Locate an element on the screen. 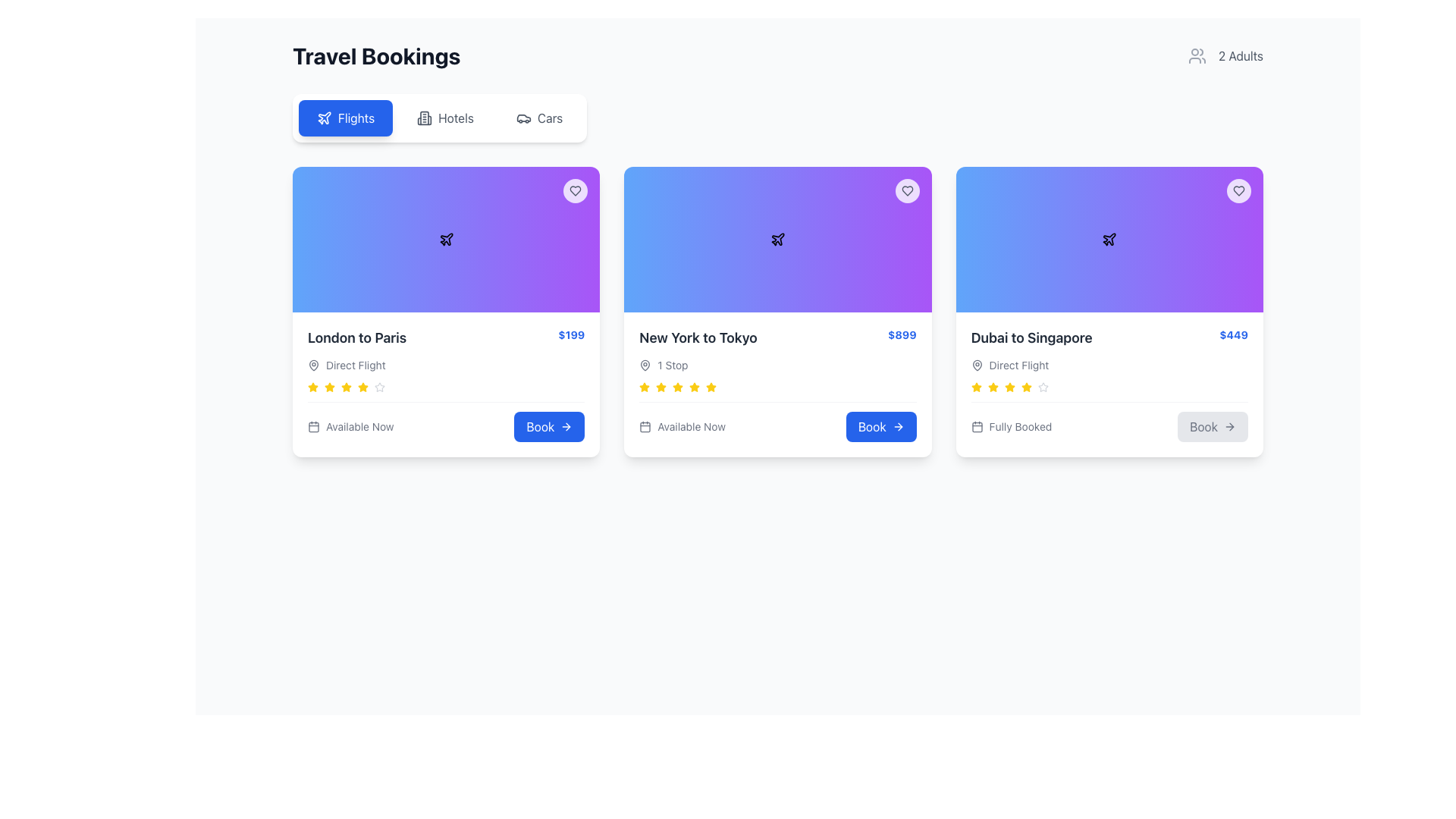  the 'Hotels' navigation button located in the top center part of the layout is located at coordinates (444, 117).